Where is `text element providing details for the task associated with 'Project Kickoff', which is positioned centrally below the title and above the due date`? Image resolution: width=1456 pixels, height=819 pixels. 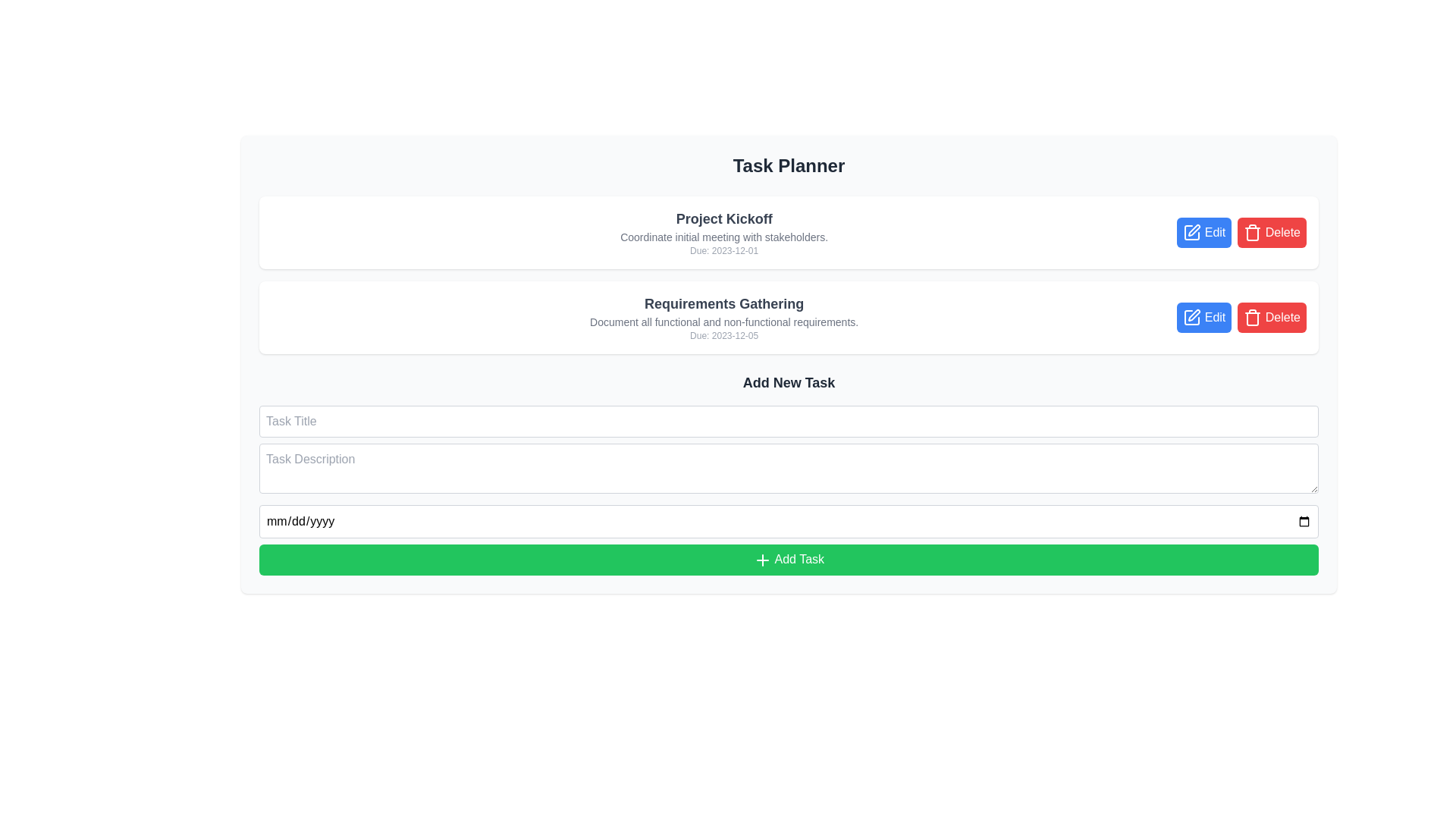 text element providing details for the task associated with 'Project Kickoff', which is positioned centrally below the title and above the due date is located at coordinates (723, 237).